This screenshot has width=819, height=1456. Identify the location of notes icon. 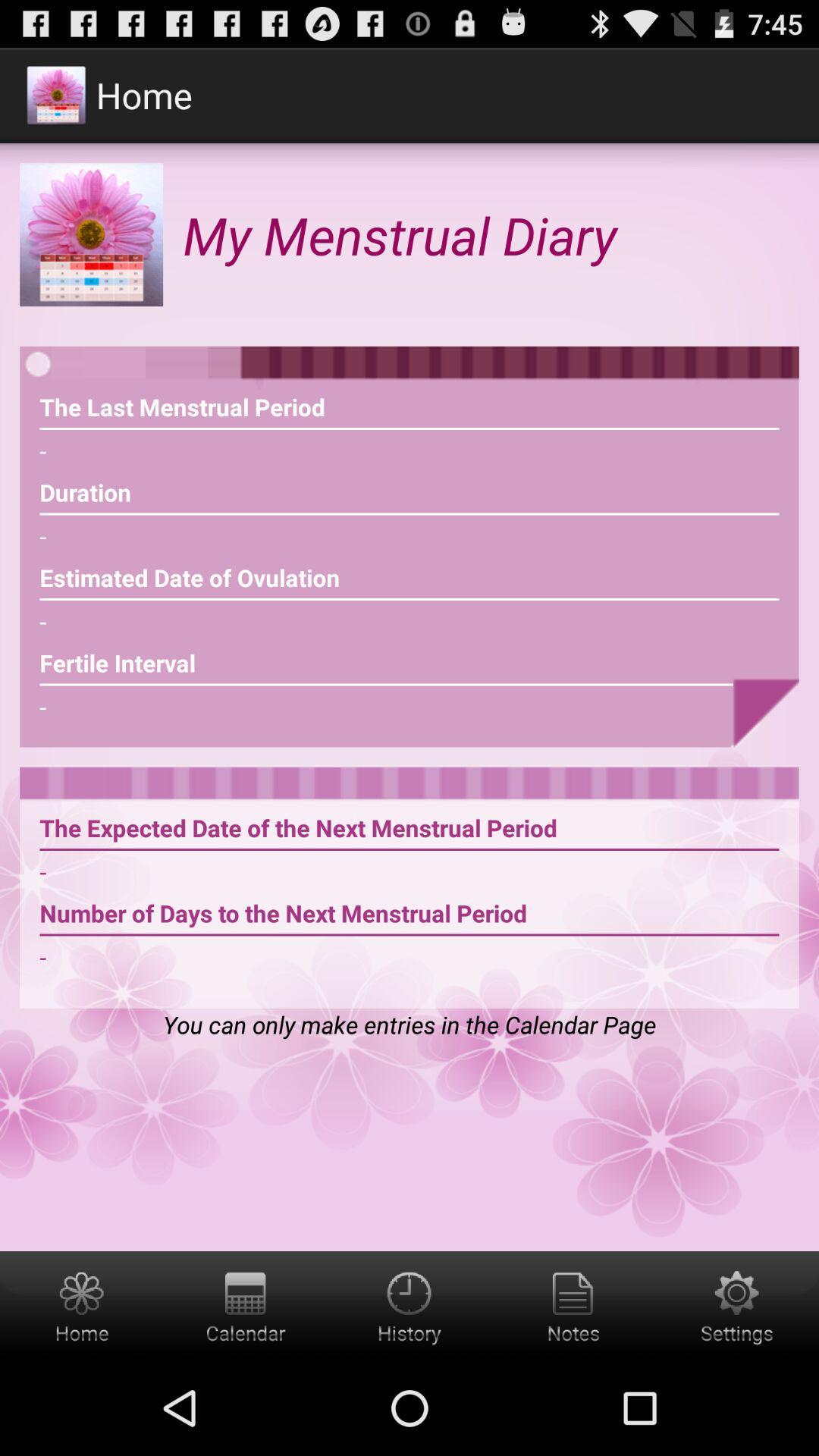
(573, 1305).